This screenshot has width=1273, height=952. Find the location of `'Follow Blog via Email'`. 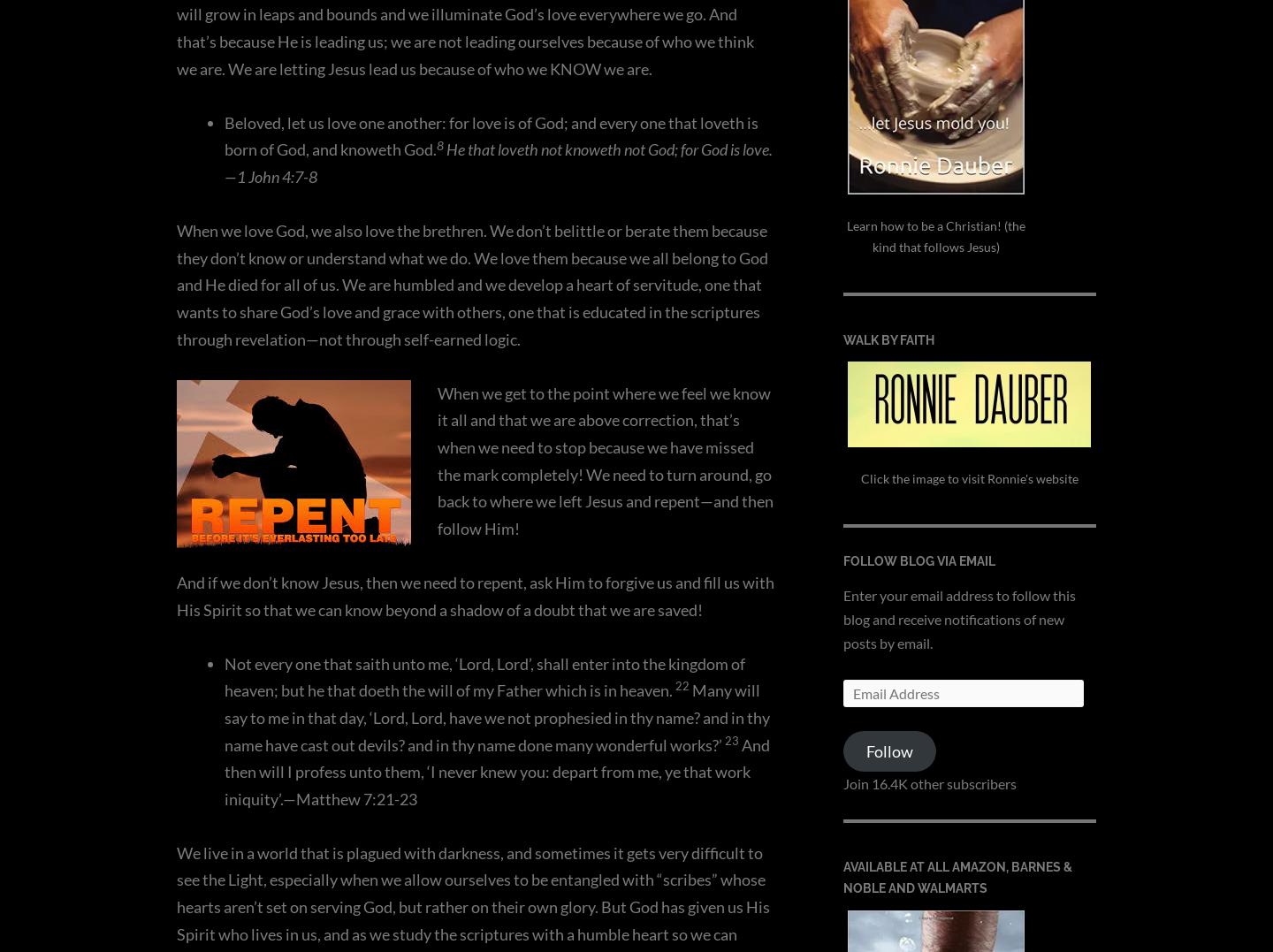

'Follow Blog via Email' is located at coordinates (919, 560).